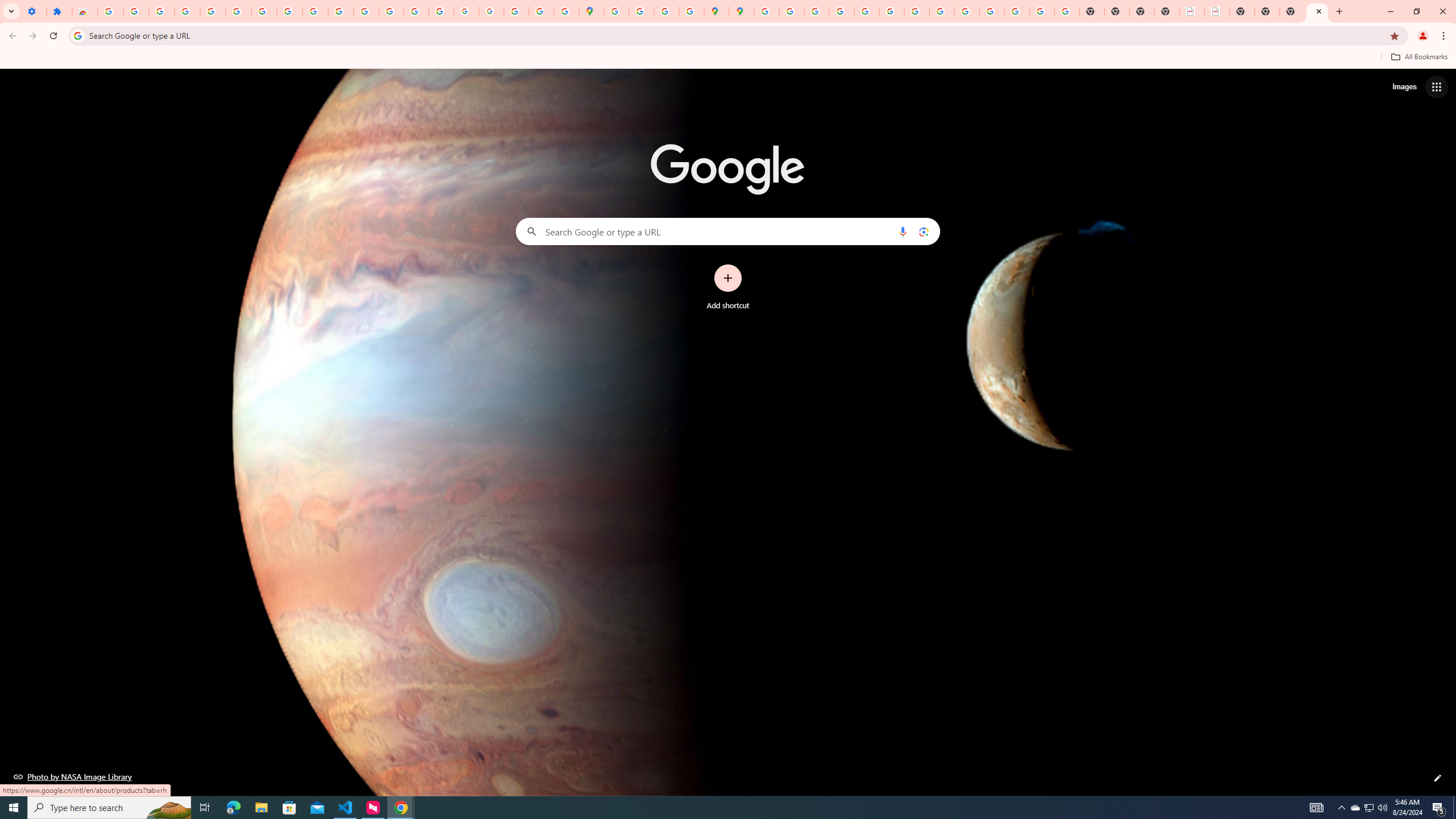 The width and height of the screenshot is (1456, 819). What do you see at coordinates (841, 11) in the screenshot?
I see `'Privacy Help Center - Policies Help'` at bounding box center [841, 11].